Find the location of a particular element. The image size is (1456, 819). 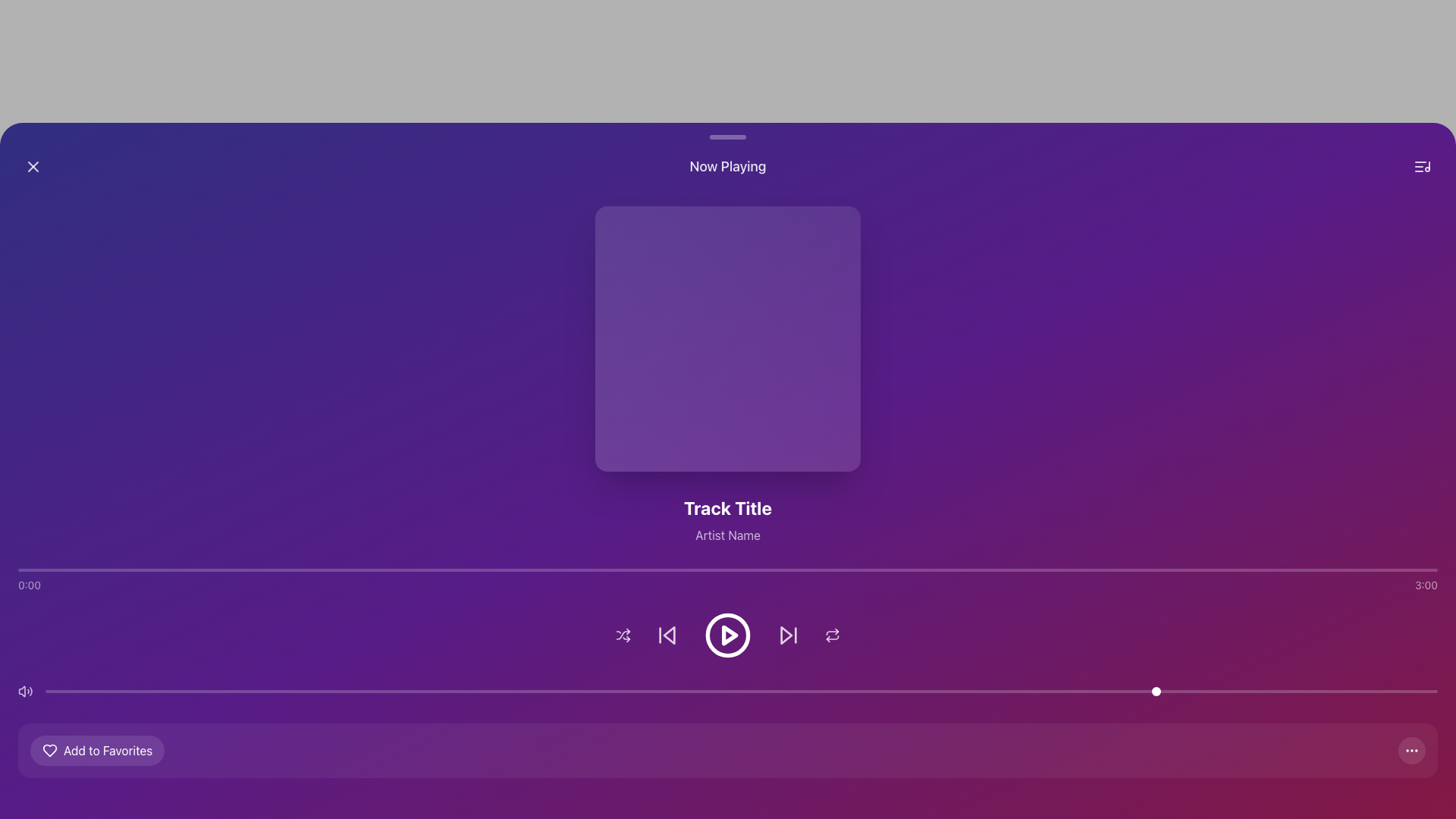

the triangular-shaped 'Skip Forward' button located in the lower control section of the media player interface to skip forward in playback is located at coordinates (786, 635).